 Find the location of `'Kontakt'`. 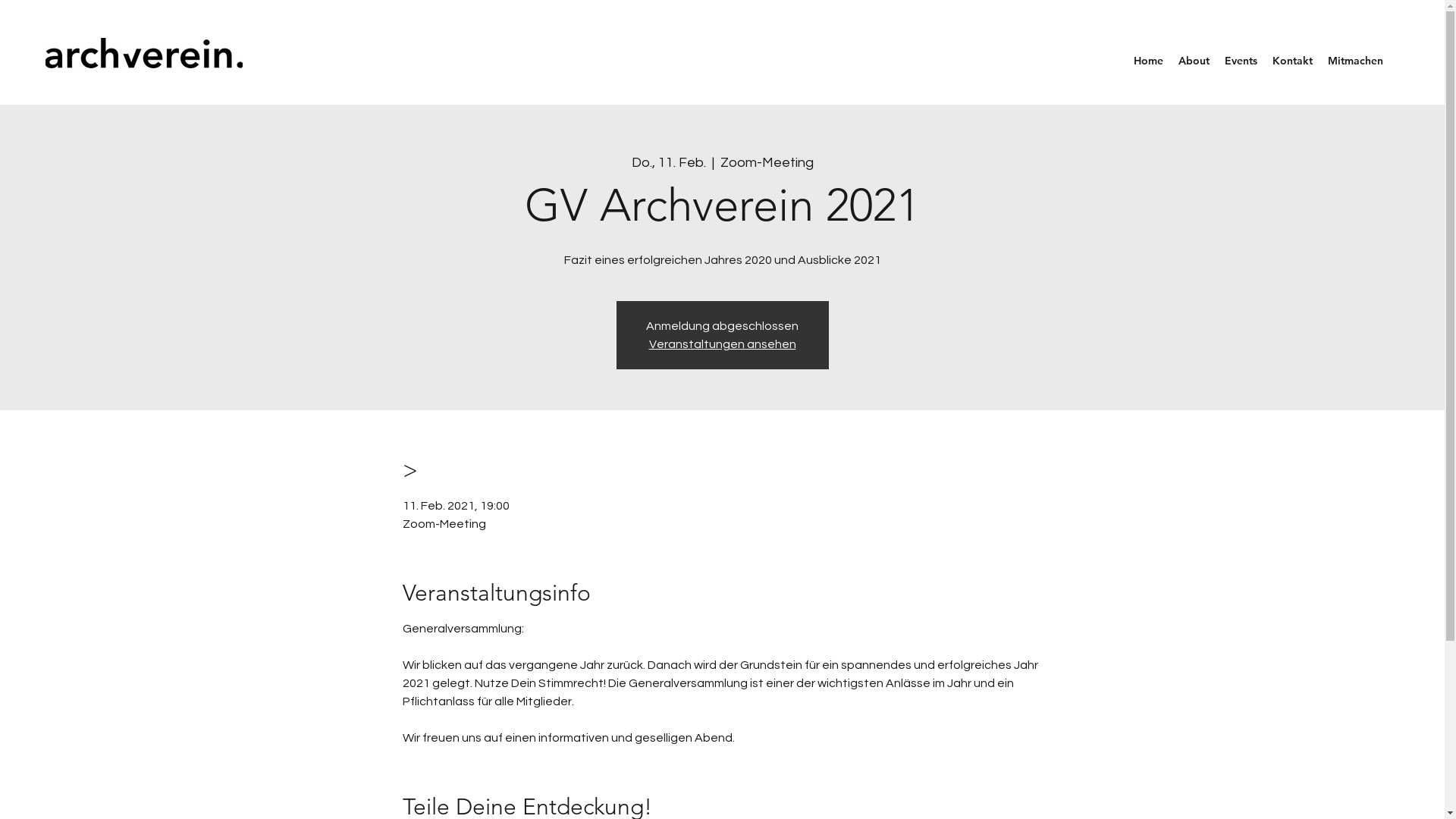

'Kontakt' is located at coordinates (1291, 60).